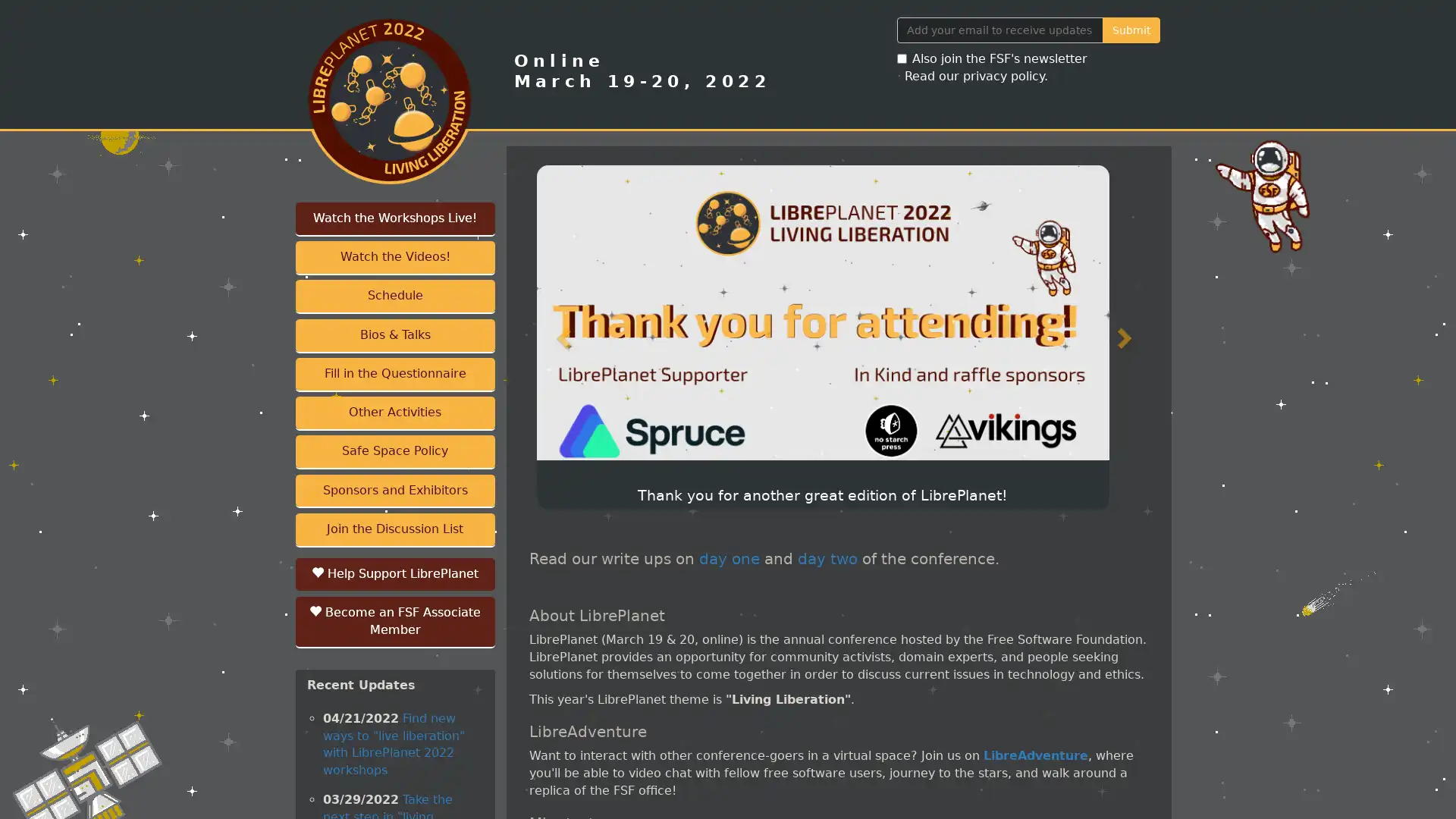  Describe the element at coordinates (1131, 29) in the screenshot. I see `Submit` at that location.